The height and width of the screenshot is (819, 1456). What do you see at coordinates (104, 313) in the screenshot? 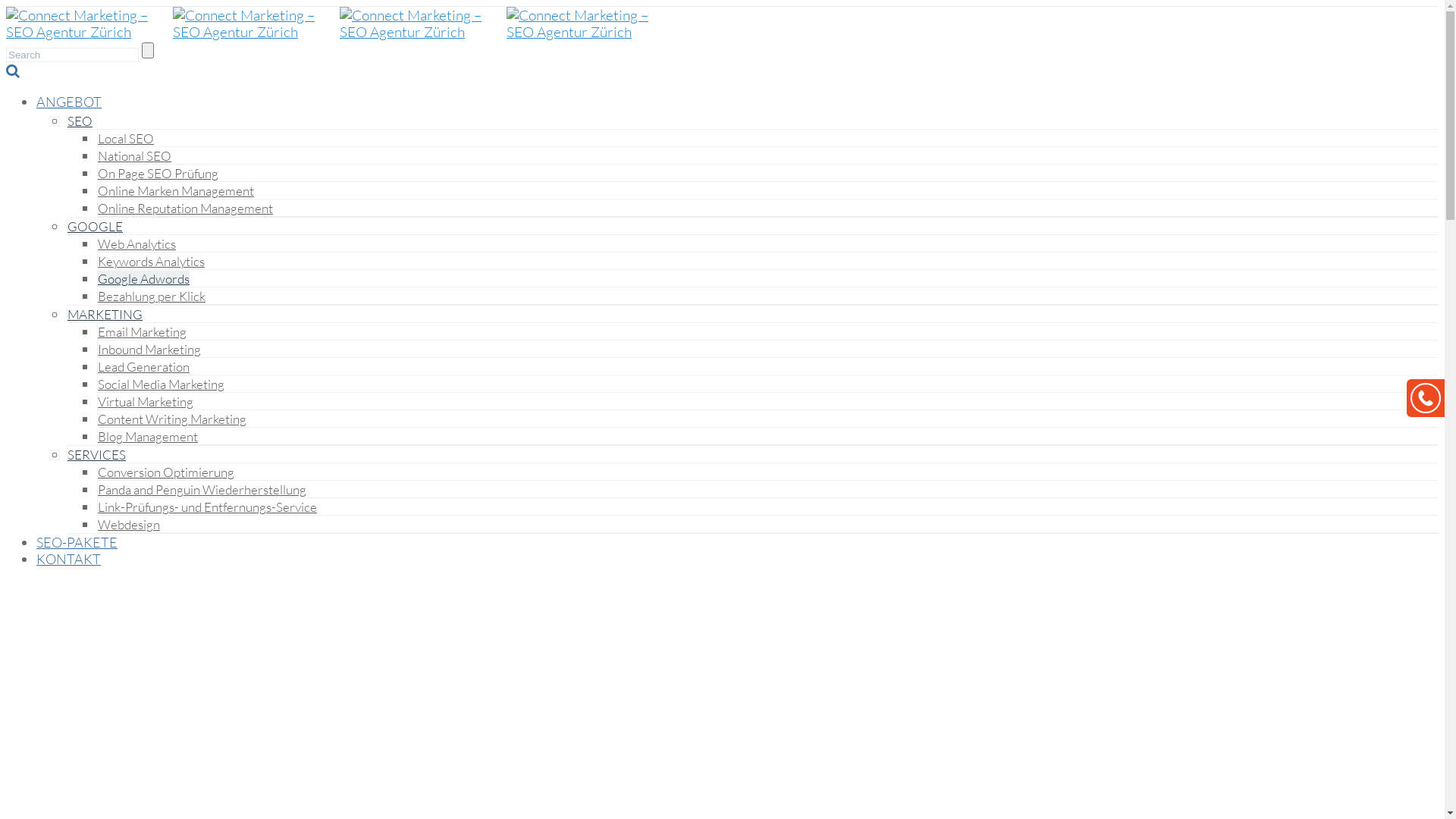
I see `'MARKETING'` at bounding box center [104, 313].